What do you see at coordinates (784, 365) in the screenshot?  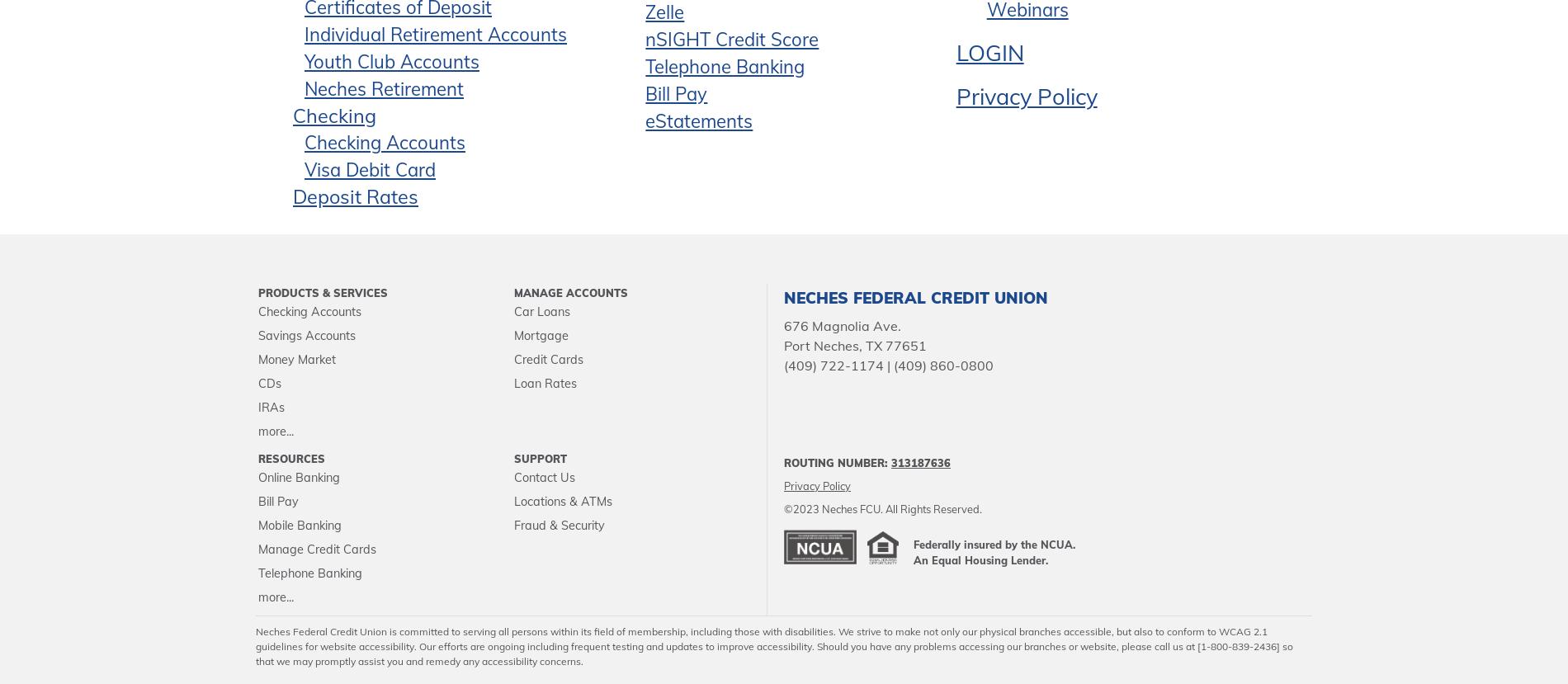 I see `'(409) 722-1174 | (409) 860-0800'` at bounding box center [784, 365].